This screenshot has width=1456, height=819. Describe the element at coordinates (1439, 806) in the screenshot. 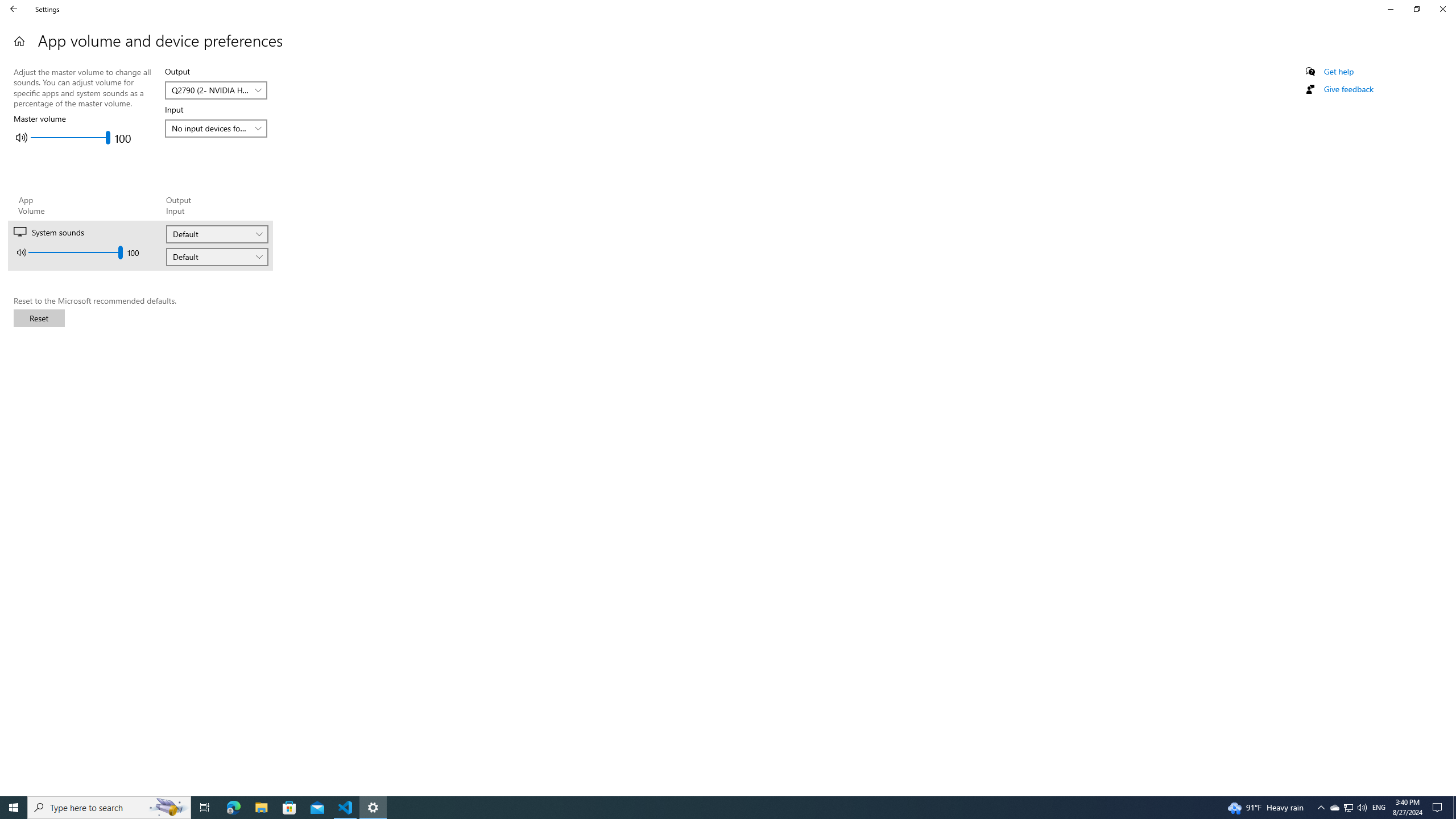

I see `'Action Center, No new notifications'` at that location.